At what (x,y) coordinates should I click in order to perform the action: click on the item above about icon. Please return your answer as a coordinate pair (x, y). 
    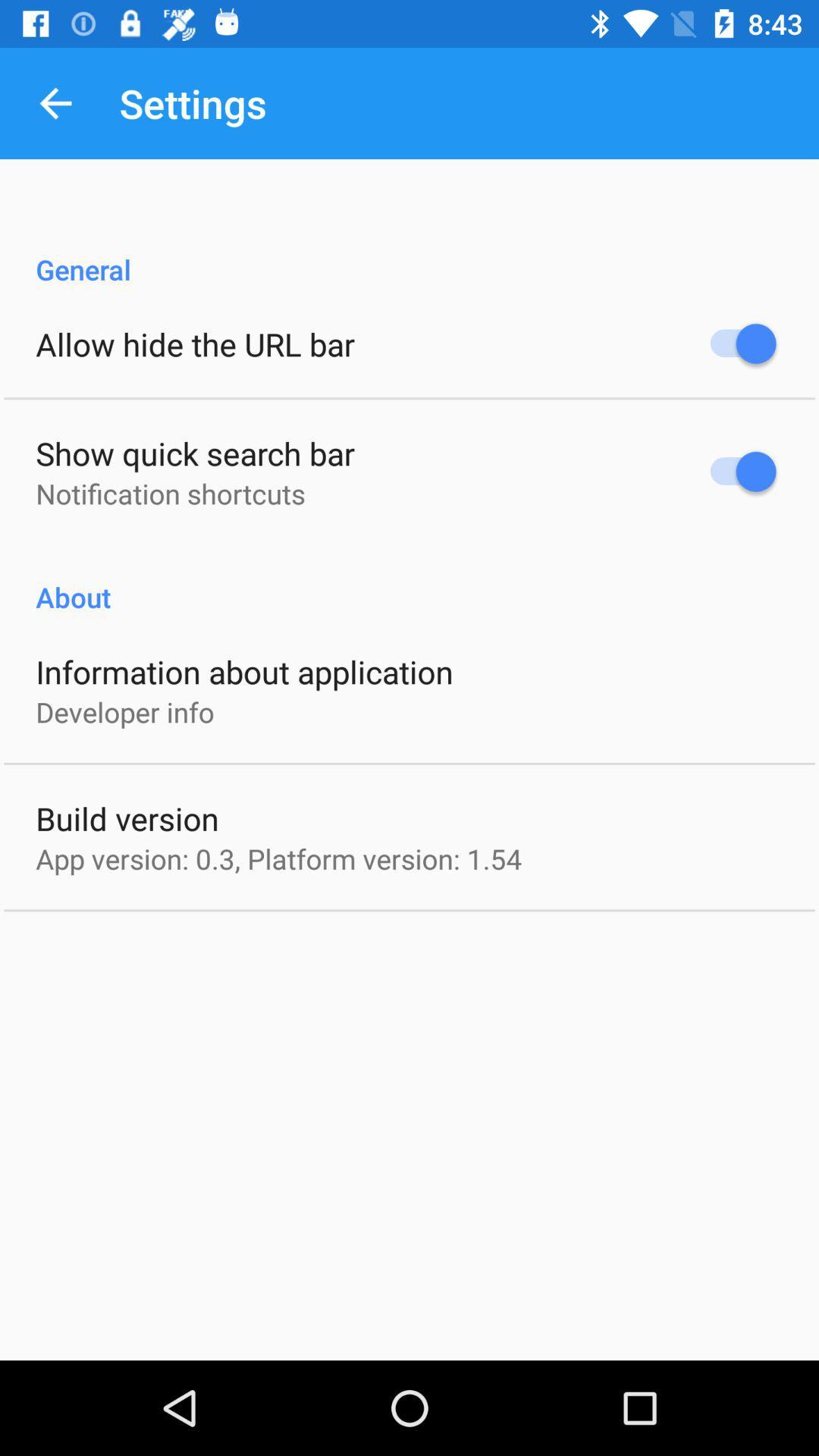
    Looking at the image, I should click on (170, 494).